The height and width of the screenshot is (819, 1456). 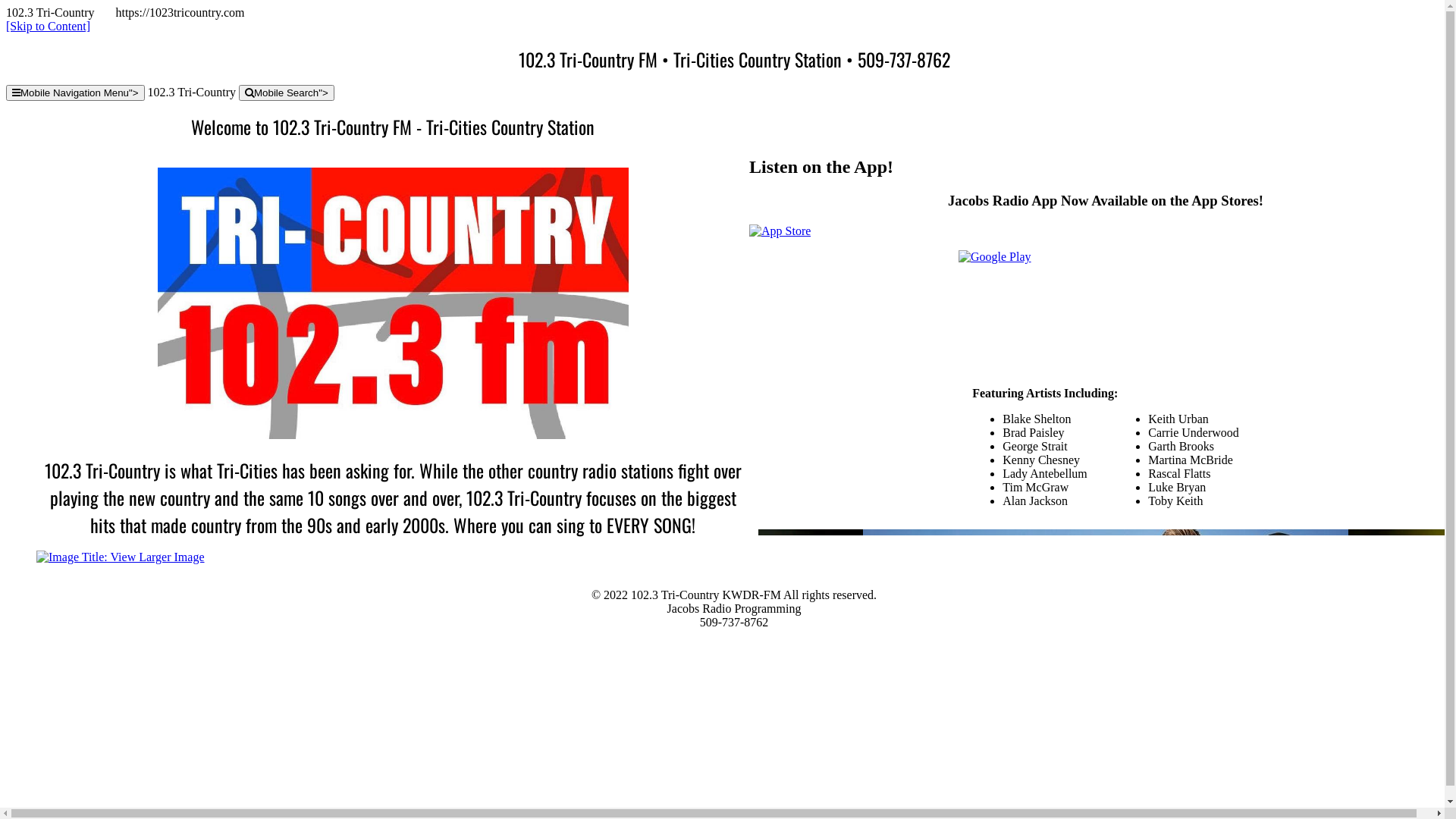 What do you see at coordinates (119, 557) in the screenshot?
I see `'View Larger Image'` at bounding box center [119, 557].